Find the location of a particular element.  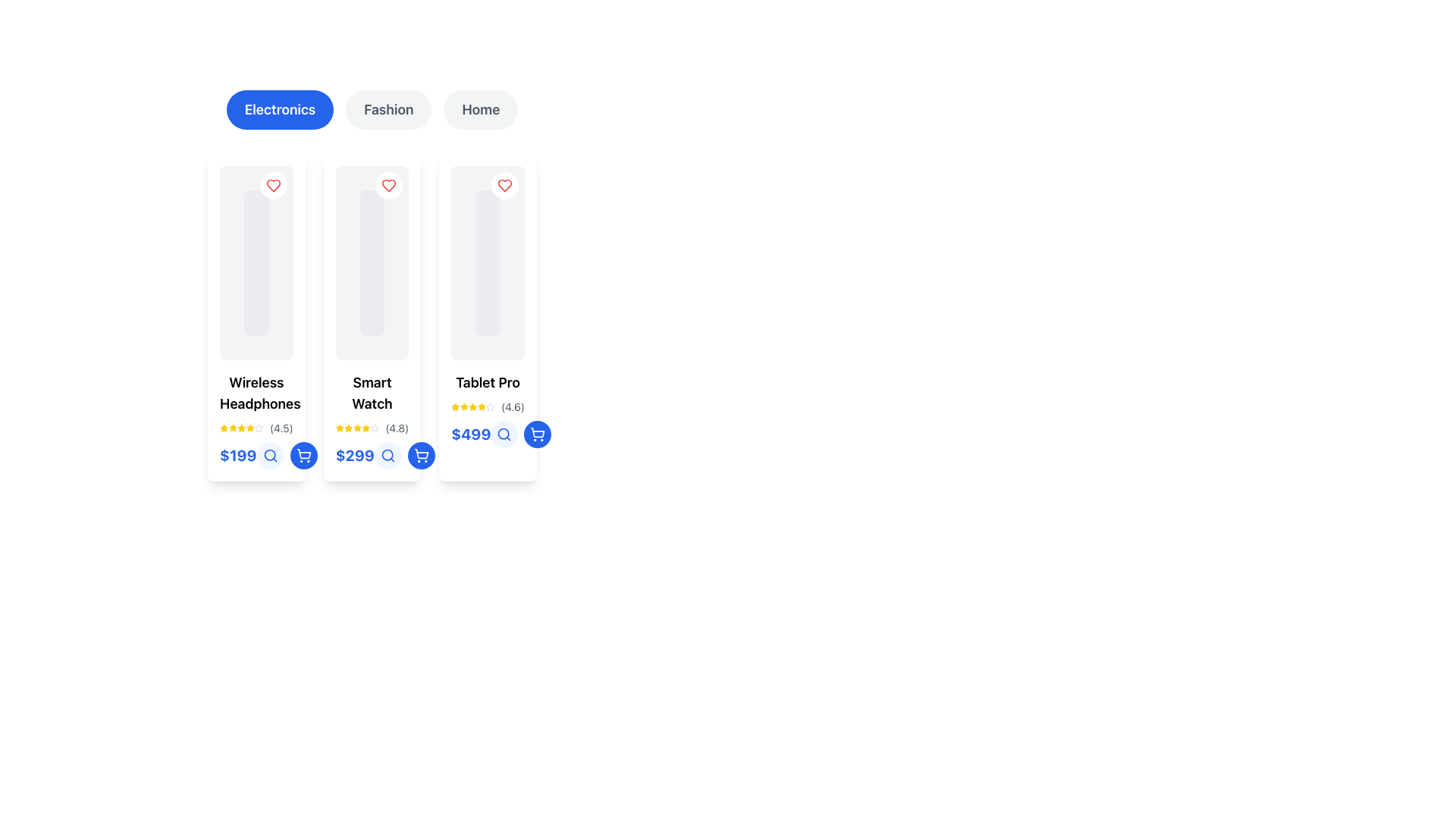

the loading indicator placeholder component, which is a vertically rectangular box with a light gray background and rounded corners, located in the second column of the 'Smart Watch' card under the 'Electronics' section is located at coordinates (372, 262).